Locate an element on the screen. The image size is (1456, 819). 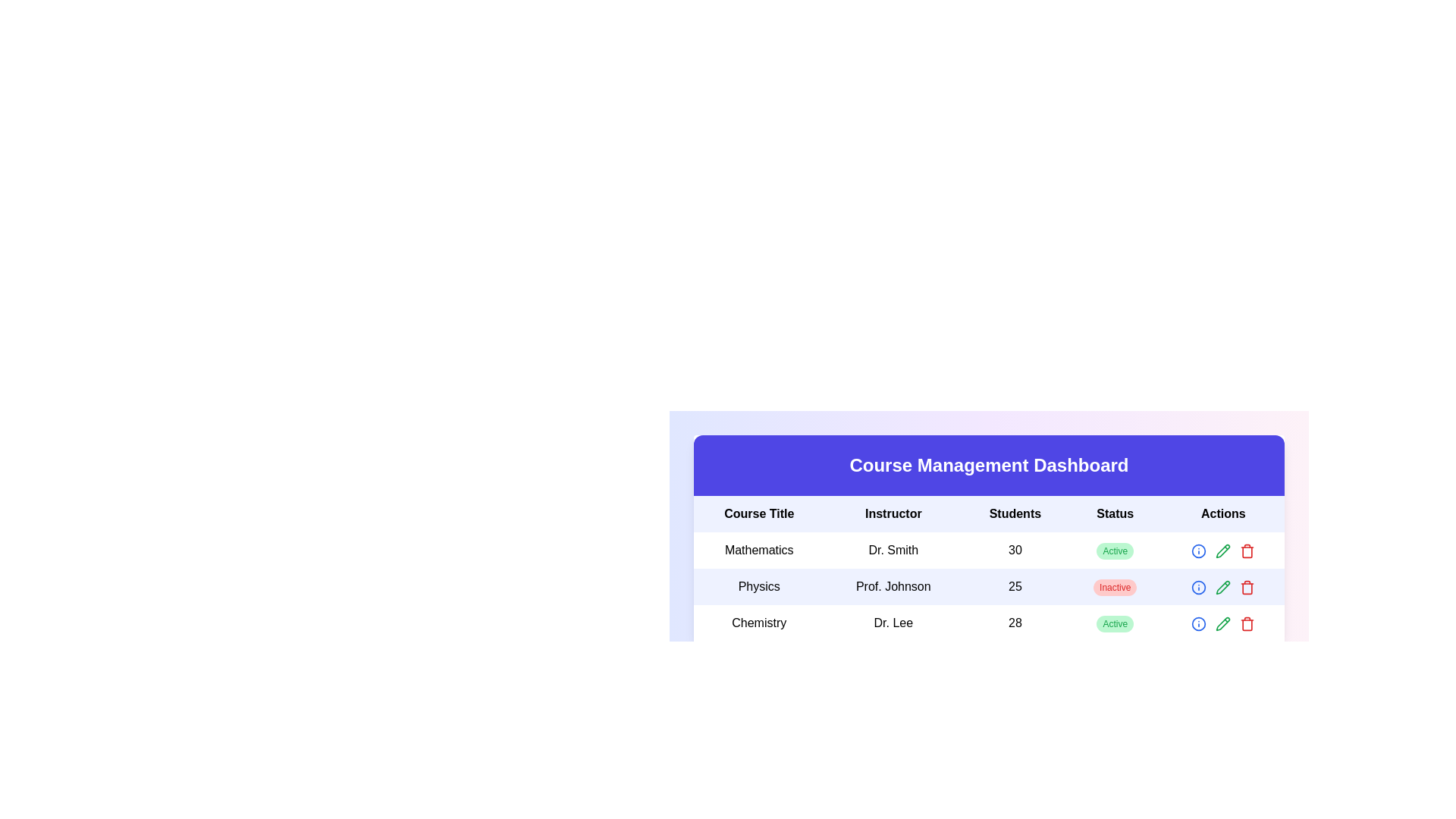
the trash icon in the 'Actions' column of the second row of the table to initiate the delete action for the 'Physics' course is located at coordinates (1247, 586).